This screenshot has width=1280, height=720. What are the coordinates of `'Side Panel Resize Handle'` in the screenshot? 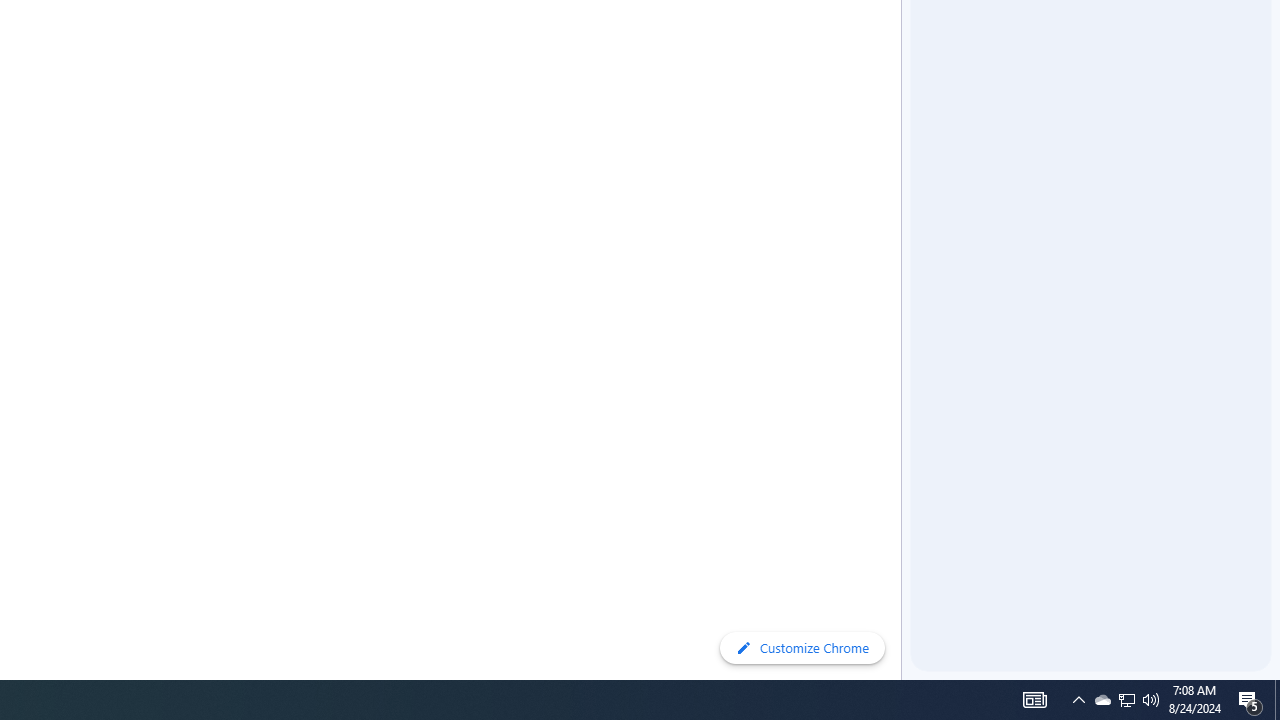 It's located at (904, 39).